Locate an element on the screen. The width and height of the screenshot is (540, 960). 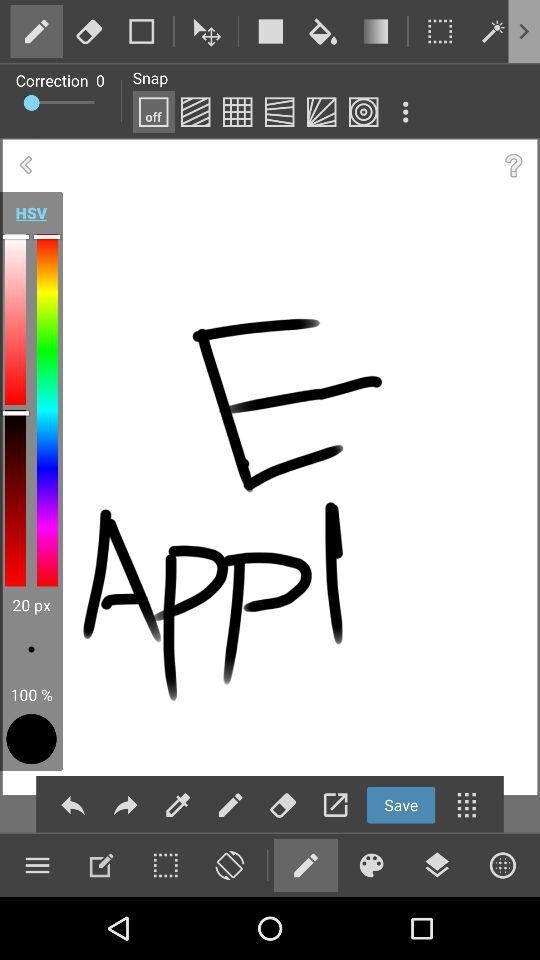
edit is located at coordinates (491, 30).